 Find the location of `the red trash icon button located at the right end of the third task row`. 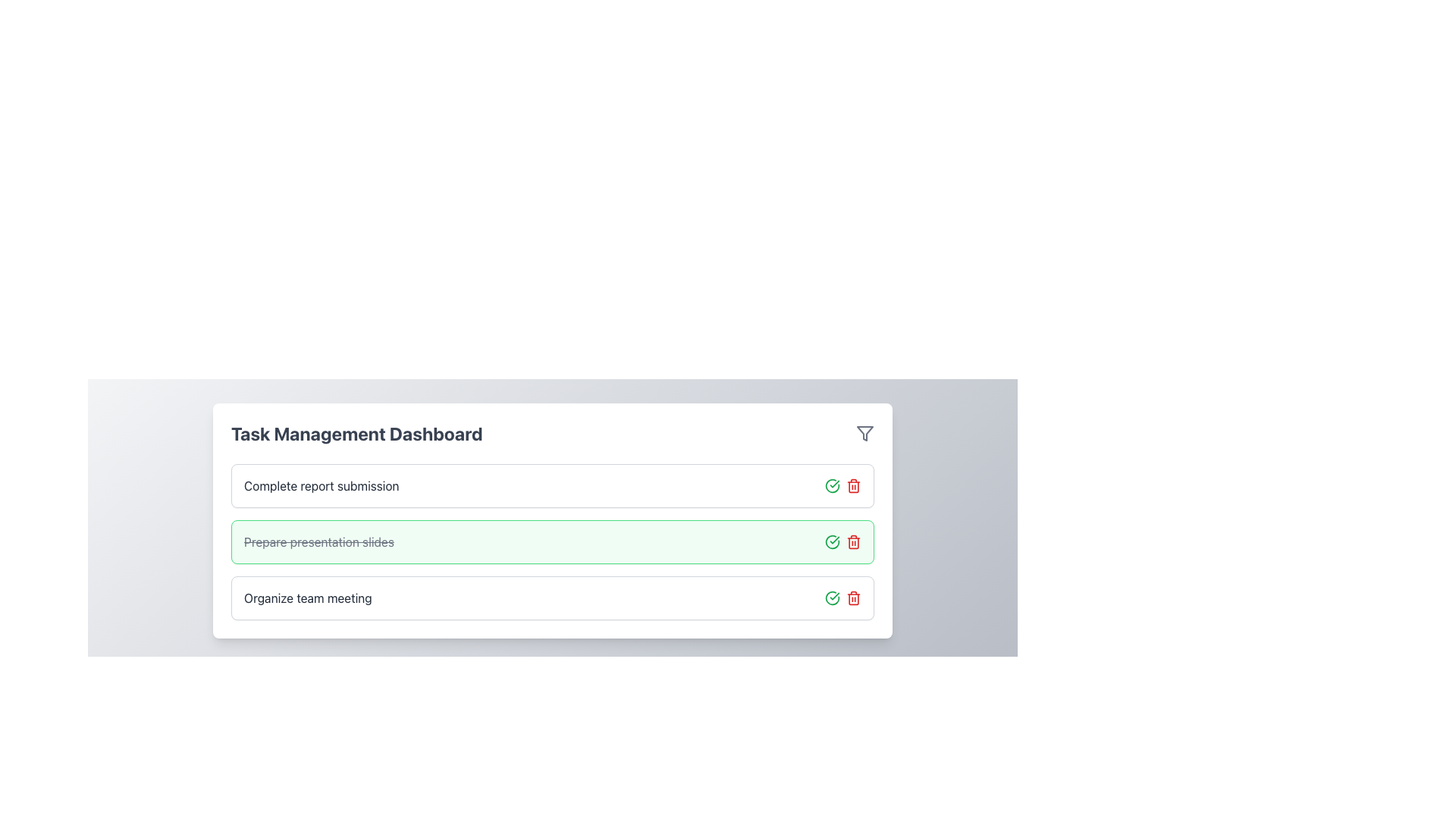

the red trash icon button located at the right end of the third task row is located at coordinates (854, 598).